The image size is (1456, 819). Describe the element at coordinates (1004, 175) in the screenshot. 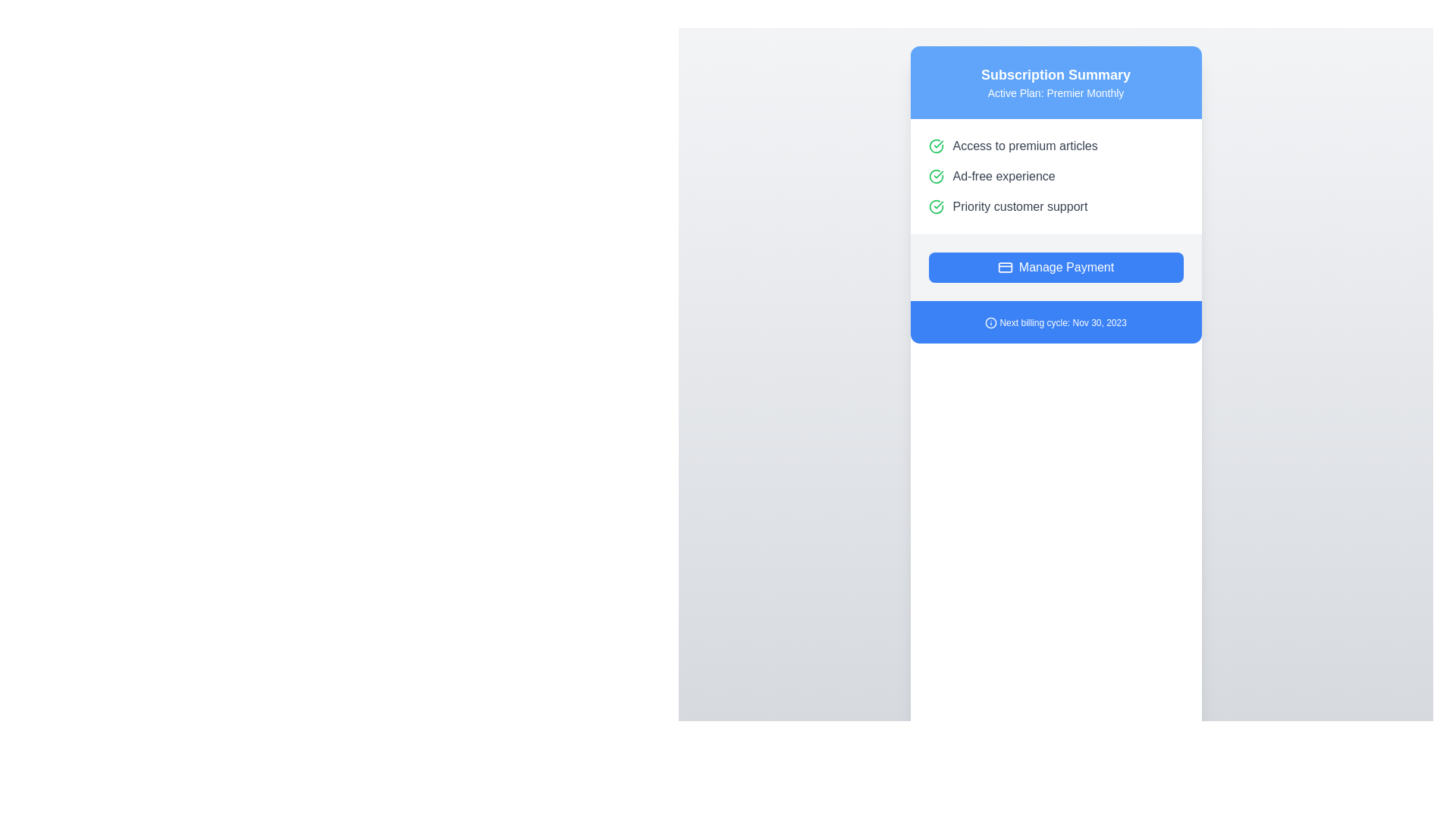

I see `text label that informs the user about the availability of an 'Ad-free experience' in the subscription plan, which is the second item in a vertical list of features` at that location.